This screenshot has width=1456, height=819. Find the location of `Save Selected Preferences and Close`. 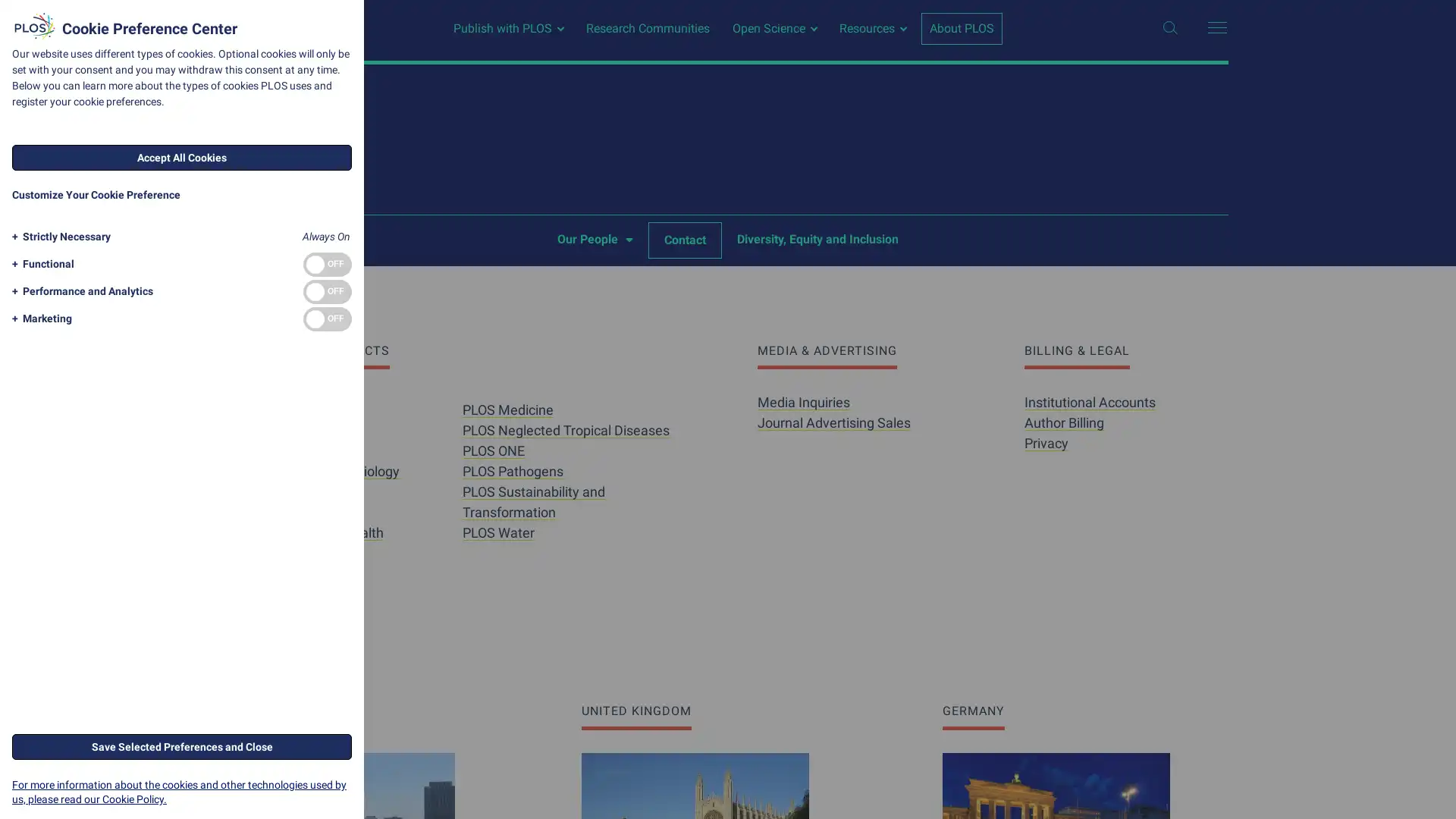

Save Selected Preferences and Close is located at coordinates (182, 745).